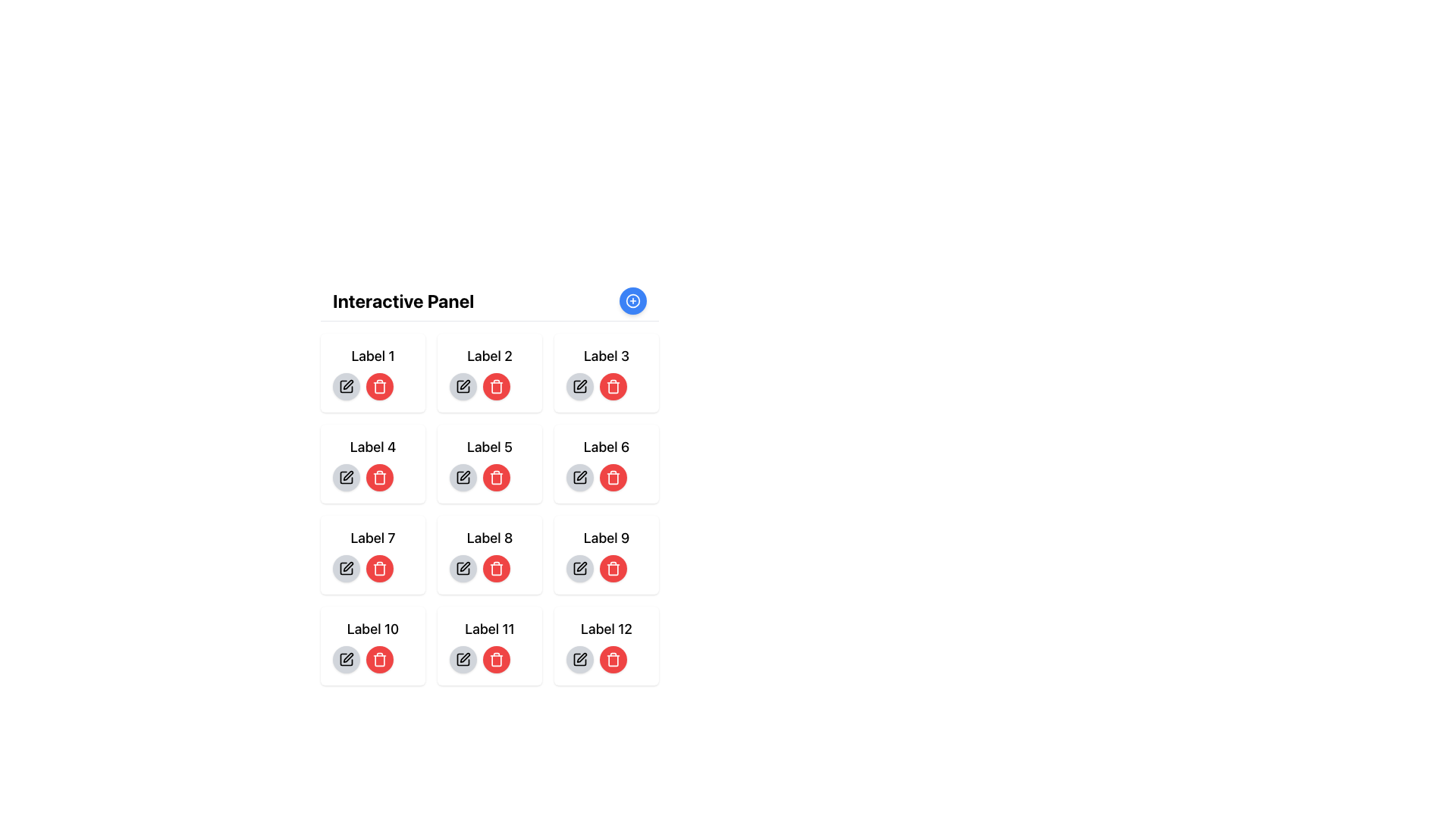  What do you see at coordinates (607, 385) in the screenshot?
I see `the button group consisting of an edit button and a delete button located in 'Label 3', positioned in the first row and third column of the grid interface` at bounding box center [607, 385].